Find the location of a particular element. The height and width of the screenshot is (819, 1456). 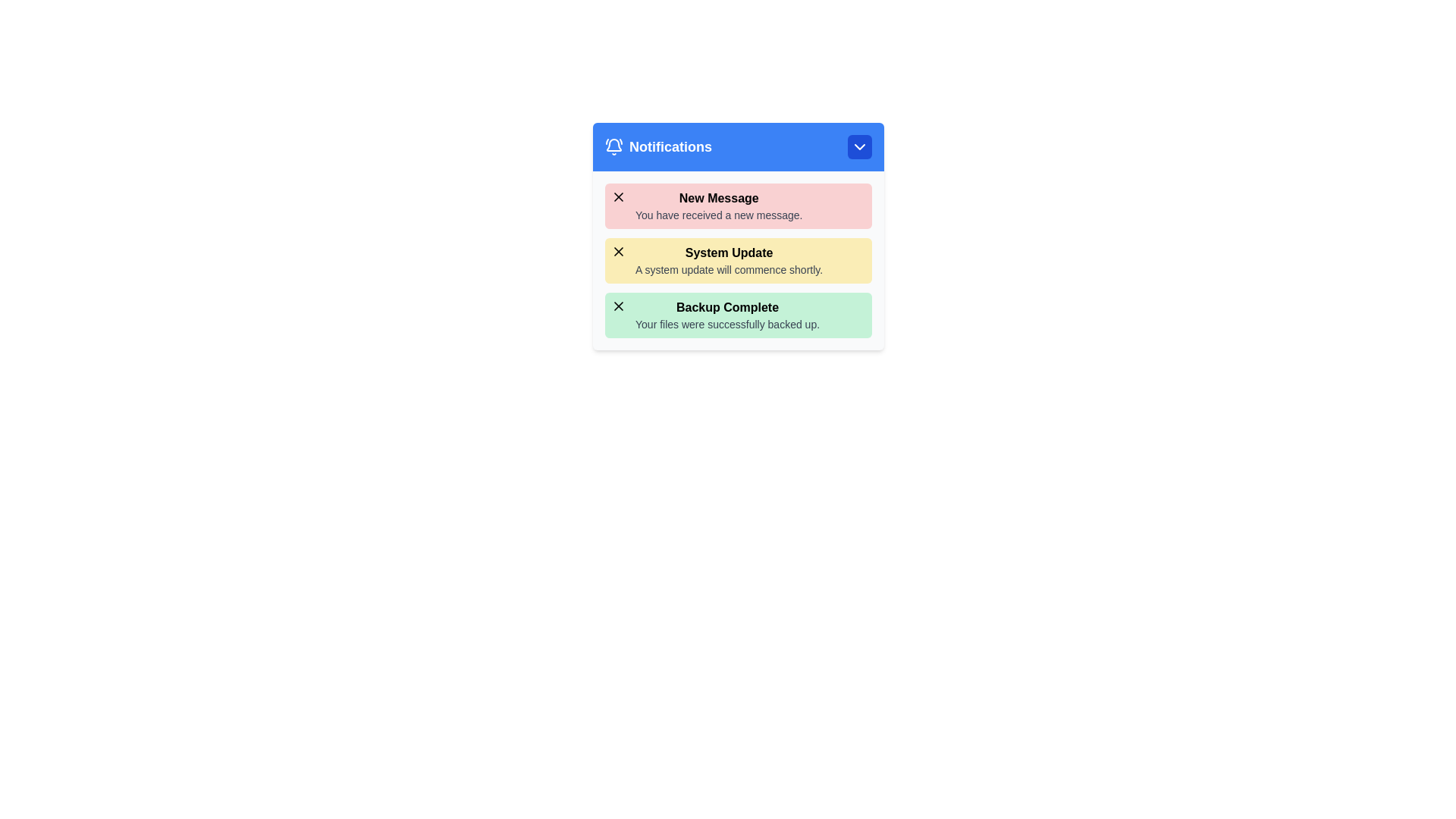

notification text from the middle notification box in the notification panel that has a light yellow background and contains the text 'System Update' is located at coordinates (739, 259).